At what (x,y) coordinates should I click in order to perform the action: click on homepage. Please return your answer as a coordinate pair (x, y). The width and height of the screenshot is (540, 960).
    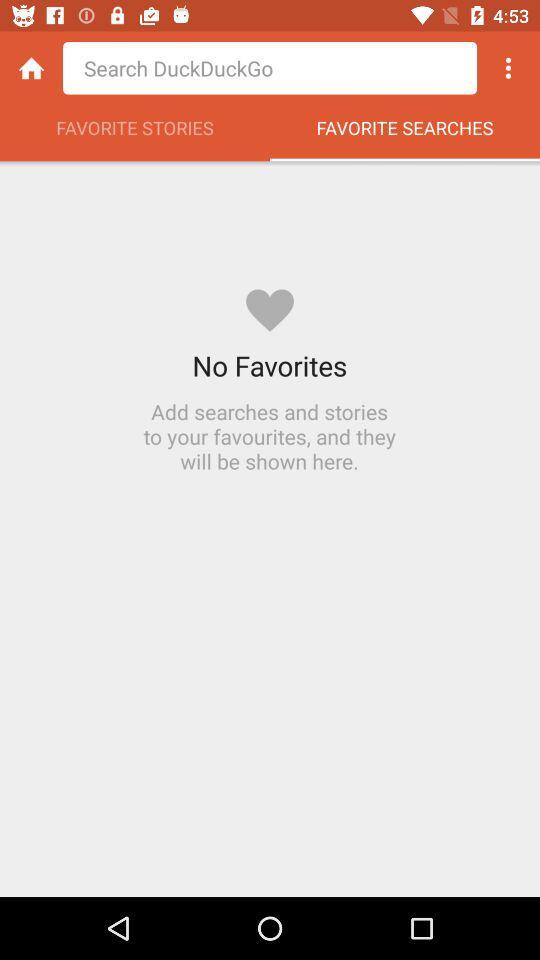
    Looking at the image, I should click on (30, 68).